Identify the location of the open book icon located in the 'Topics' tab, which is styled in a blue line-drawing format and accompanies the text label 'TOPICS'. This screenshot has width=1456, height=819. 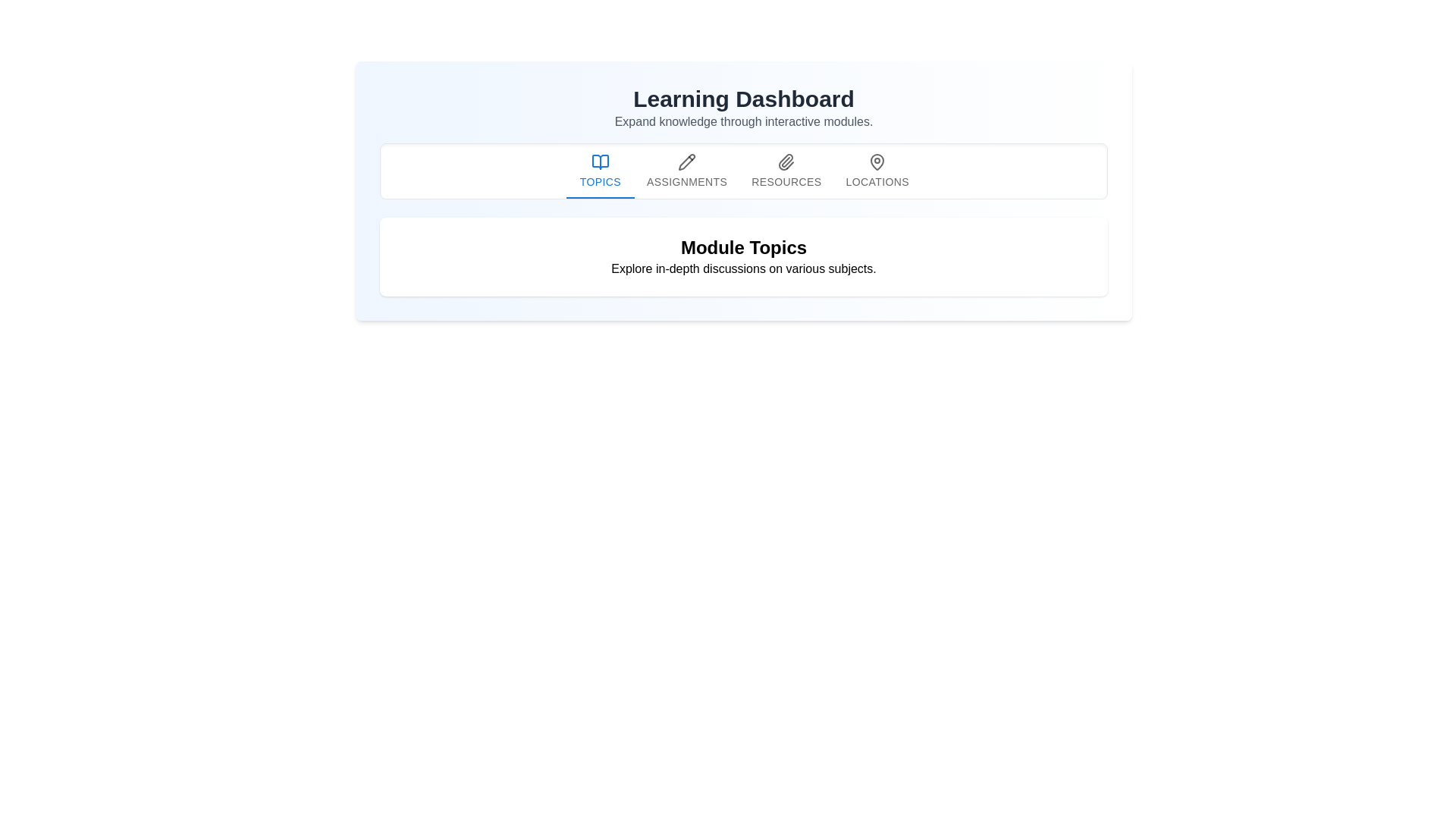
(600, 162).